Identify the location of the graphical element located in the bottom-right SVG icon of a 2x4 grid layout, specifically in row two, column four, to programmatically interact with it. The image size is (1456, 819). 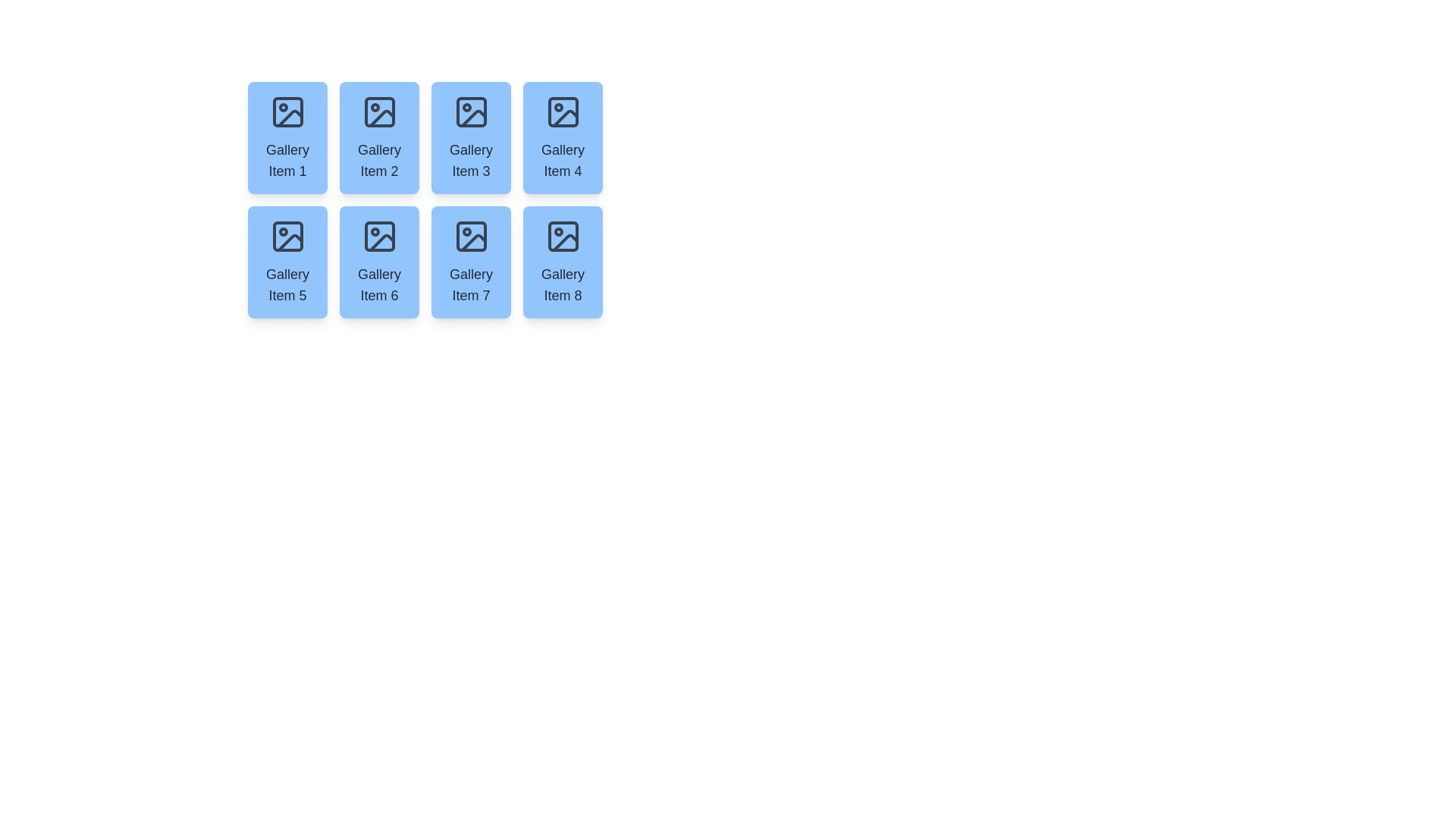
(562, 237).